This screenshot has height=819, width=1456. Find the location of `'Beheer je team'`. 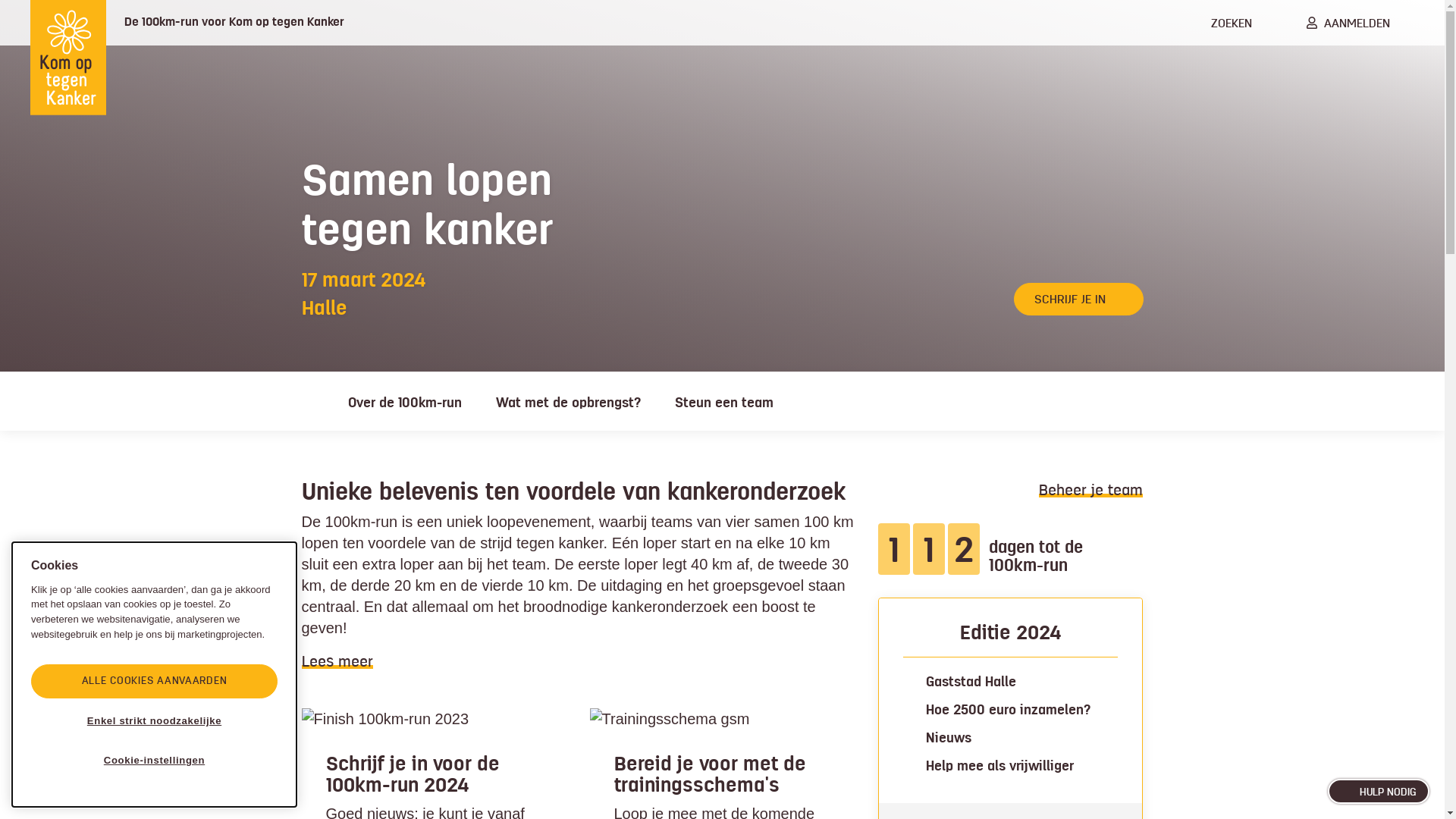

'Beheer je team' is located at coordinates (1090, 489).